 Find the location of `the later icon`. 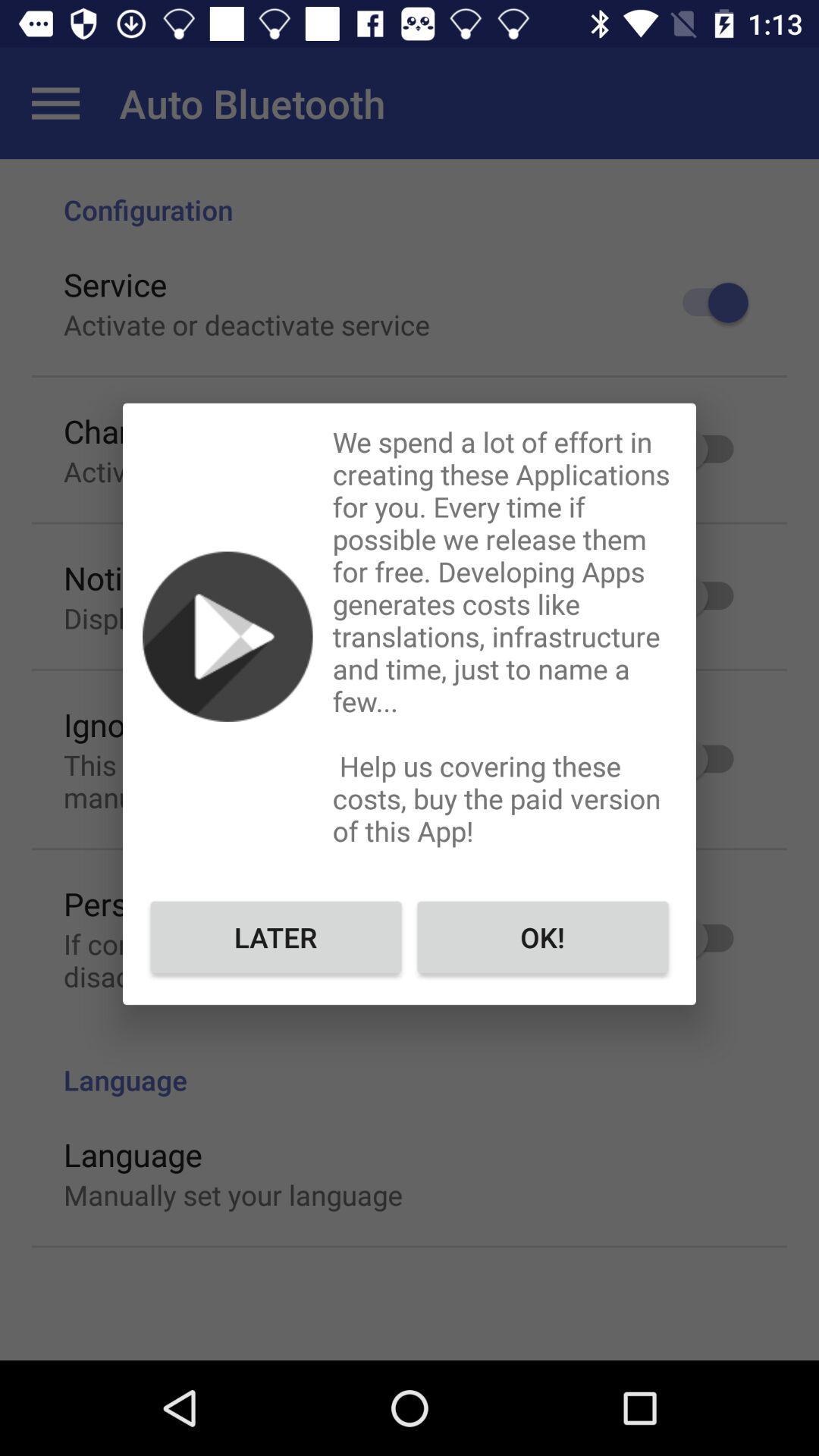

the later icon is located at coordinates (276, 936).